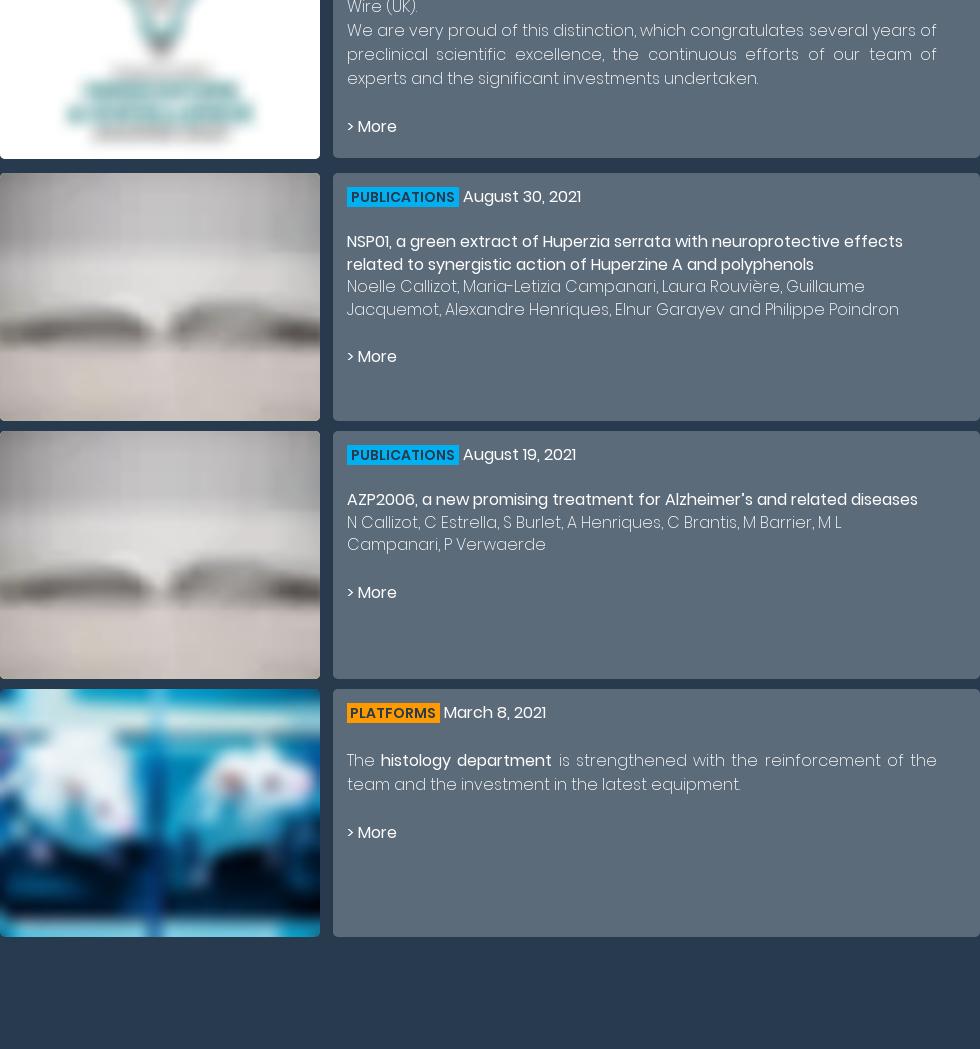  What do you see at coordinates (625, 251) in the screenshot?
I see `'NSP01, a green extract of Huperzia serrata with neuroprotective effects related to synergistic action of Huperzine A and polyphenols'` at bounding box center [625, 251].